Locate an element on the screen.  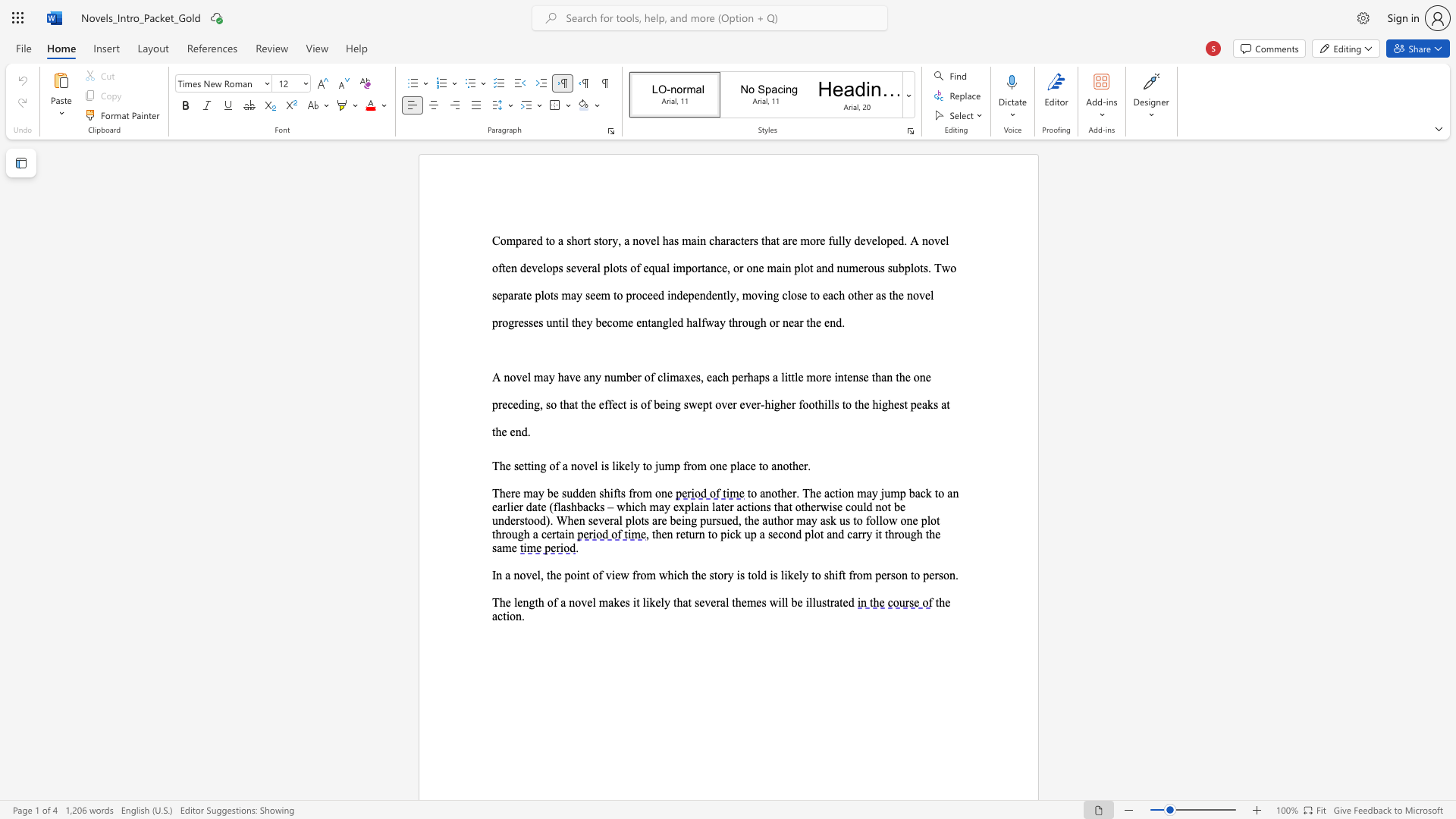
the subset text "ding, so that the effect is of being swept over" within the text "little more intense than the one preceding, so that the effect is of being swept over ever-higher foothills to the highest peaks at the end." is located at coordinates (518, 403).